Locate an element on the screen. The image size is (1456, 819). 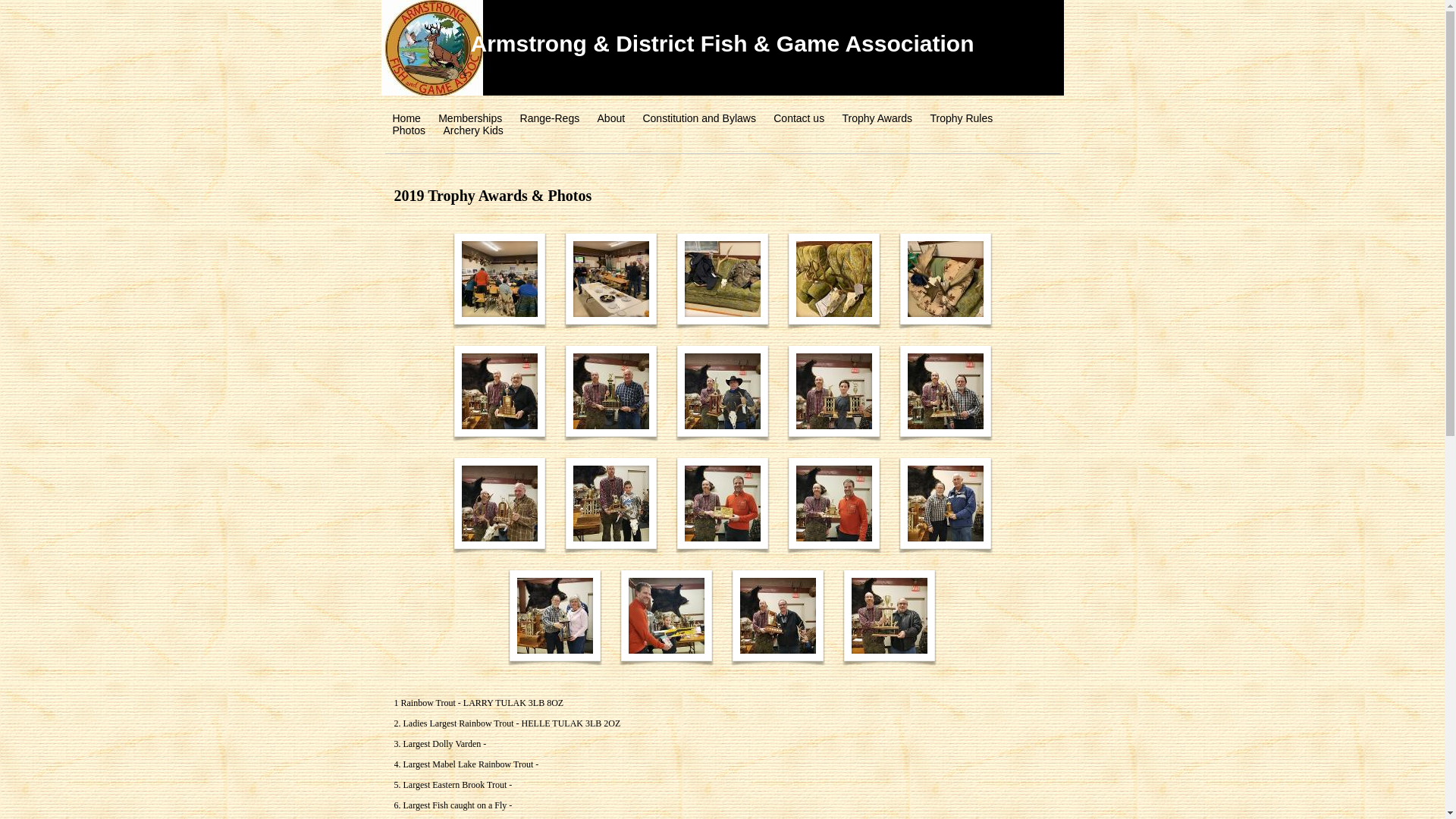
'About' is located at coordinates (611, 117).